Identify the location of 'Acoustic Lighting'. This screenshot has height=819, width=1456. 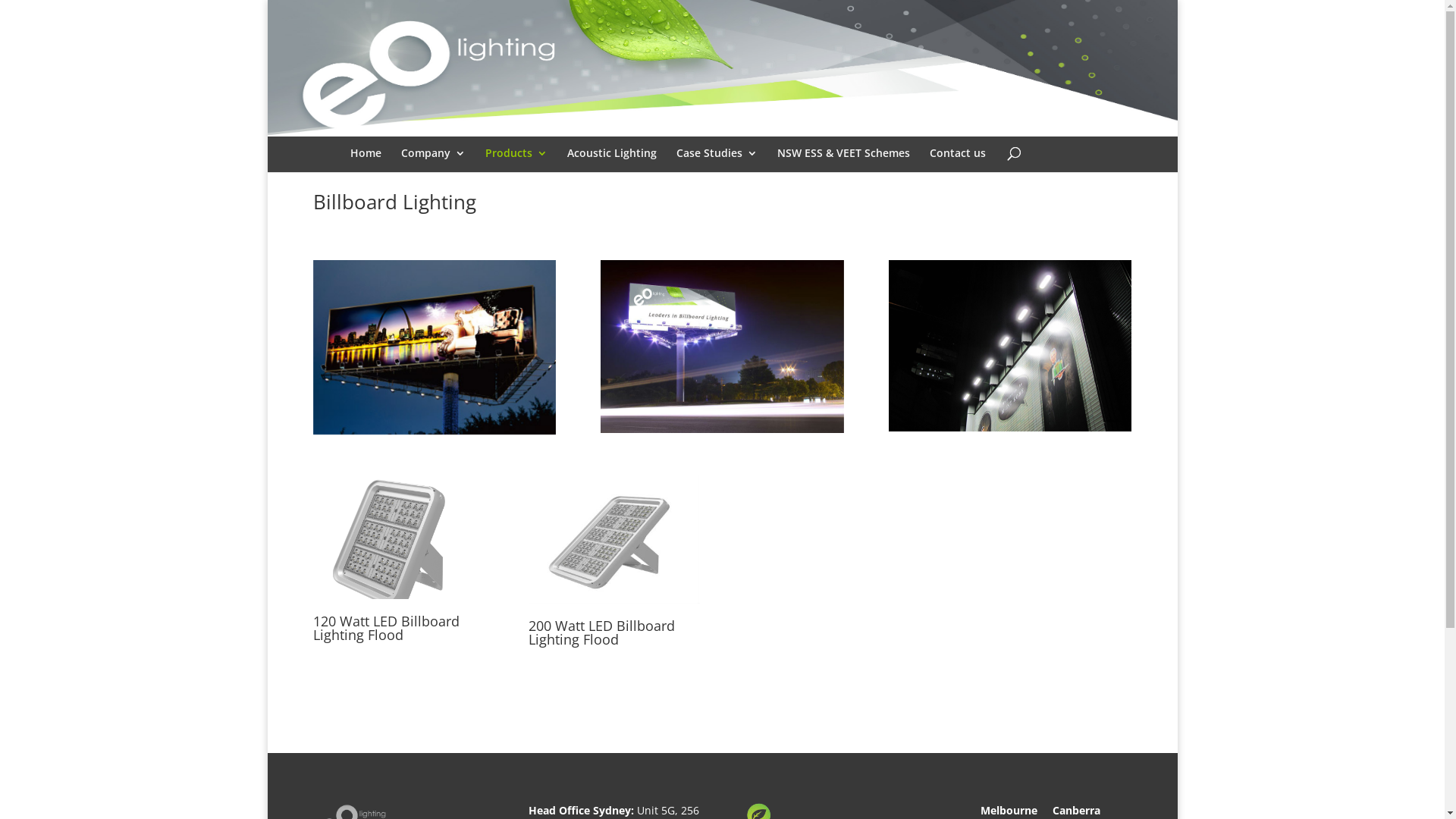
(611, 164).